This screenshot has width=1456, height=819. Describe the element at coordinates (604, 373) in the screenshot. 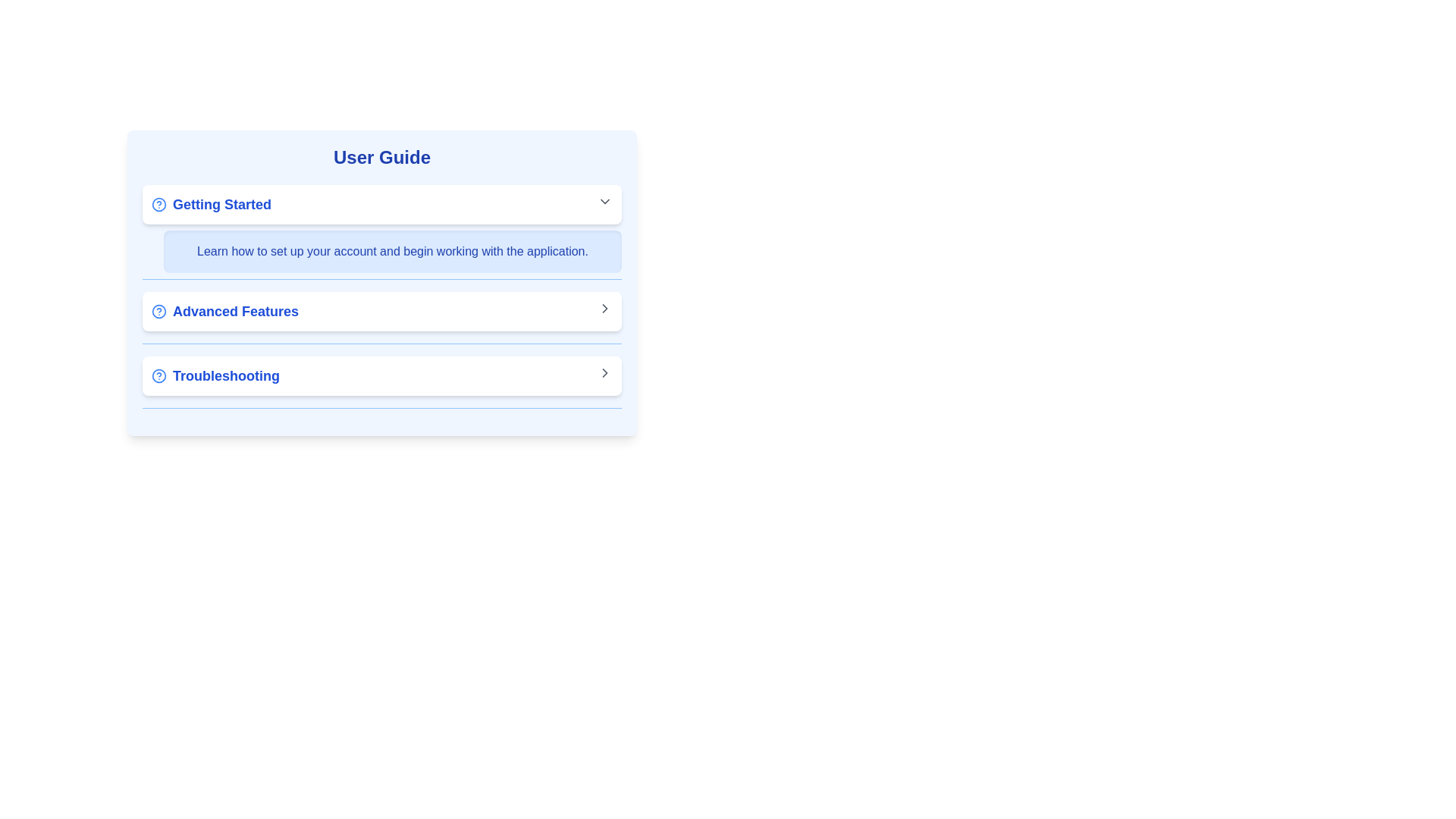

I see `the right-pointing arrow icon associated with the 'Troubleshooting' section` at that location.